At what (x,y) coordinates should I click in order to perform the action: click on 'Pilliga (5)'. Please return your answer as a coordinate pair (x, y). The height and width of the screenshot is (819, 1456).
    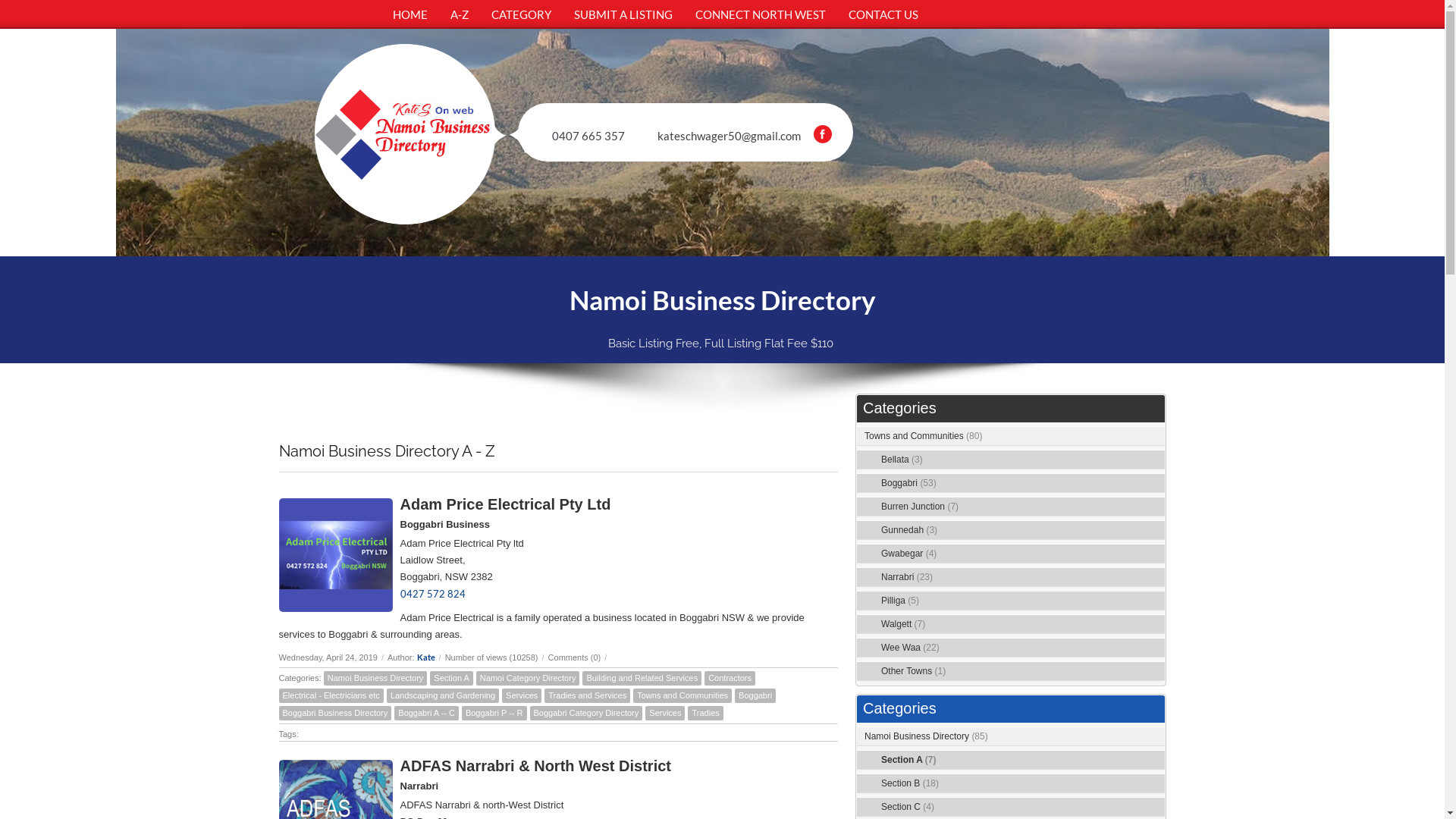
    Looking at the image, I should click on (899, 599).